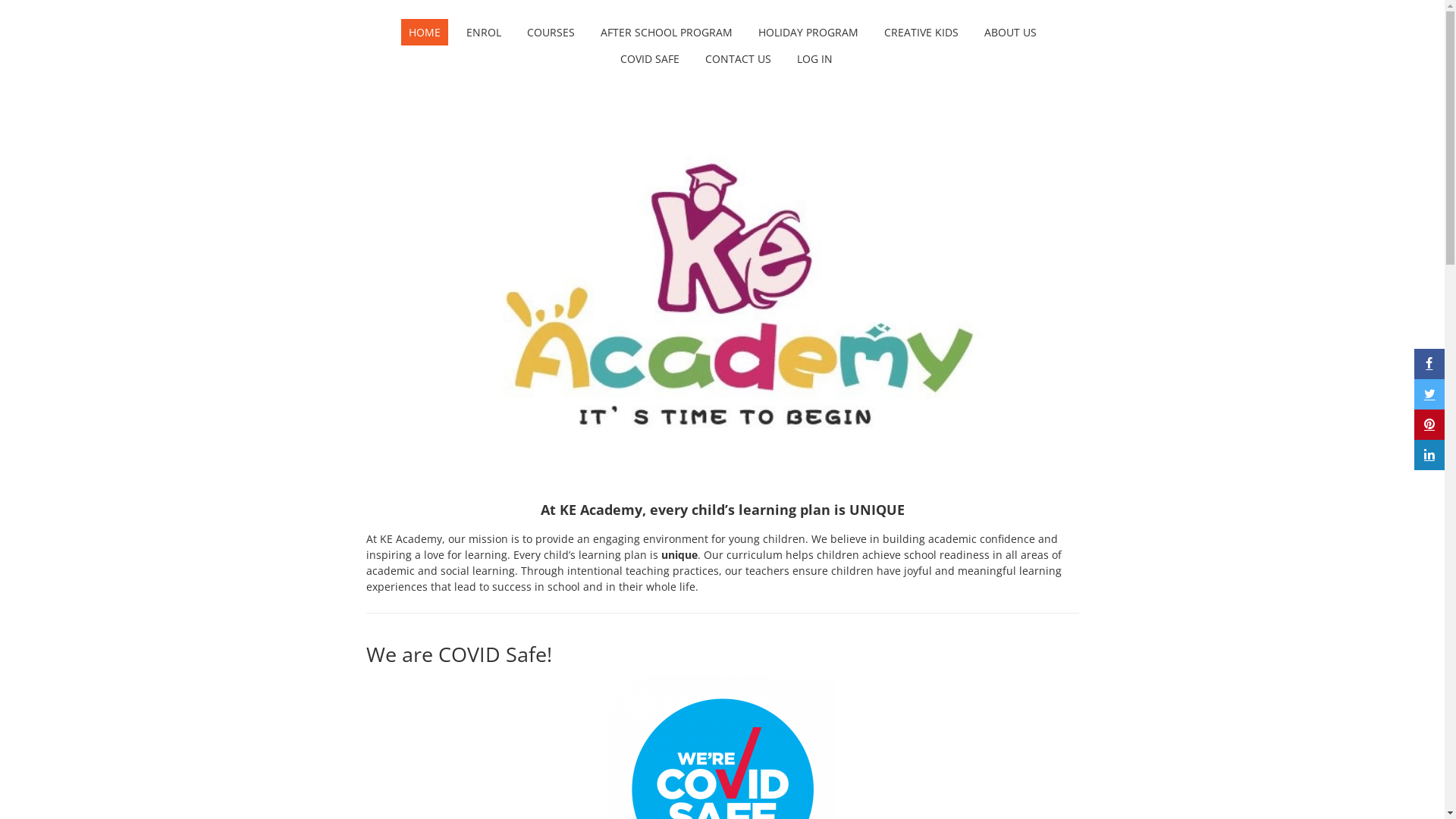  Describe the element at coordinates (423, 32) in the screenshot. I see `'HOME'` at that location.